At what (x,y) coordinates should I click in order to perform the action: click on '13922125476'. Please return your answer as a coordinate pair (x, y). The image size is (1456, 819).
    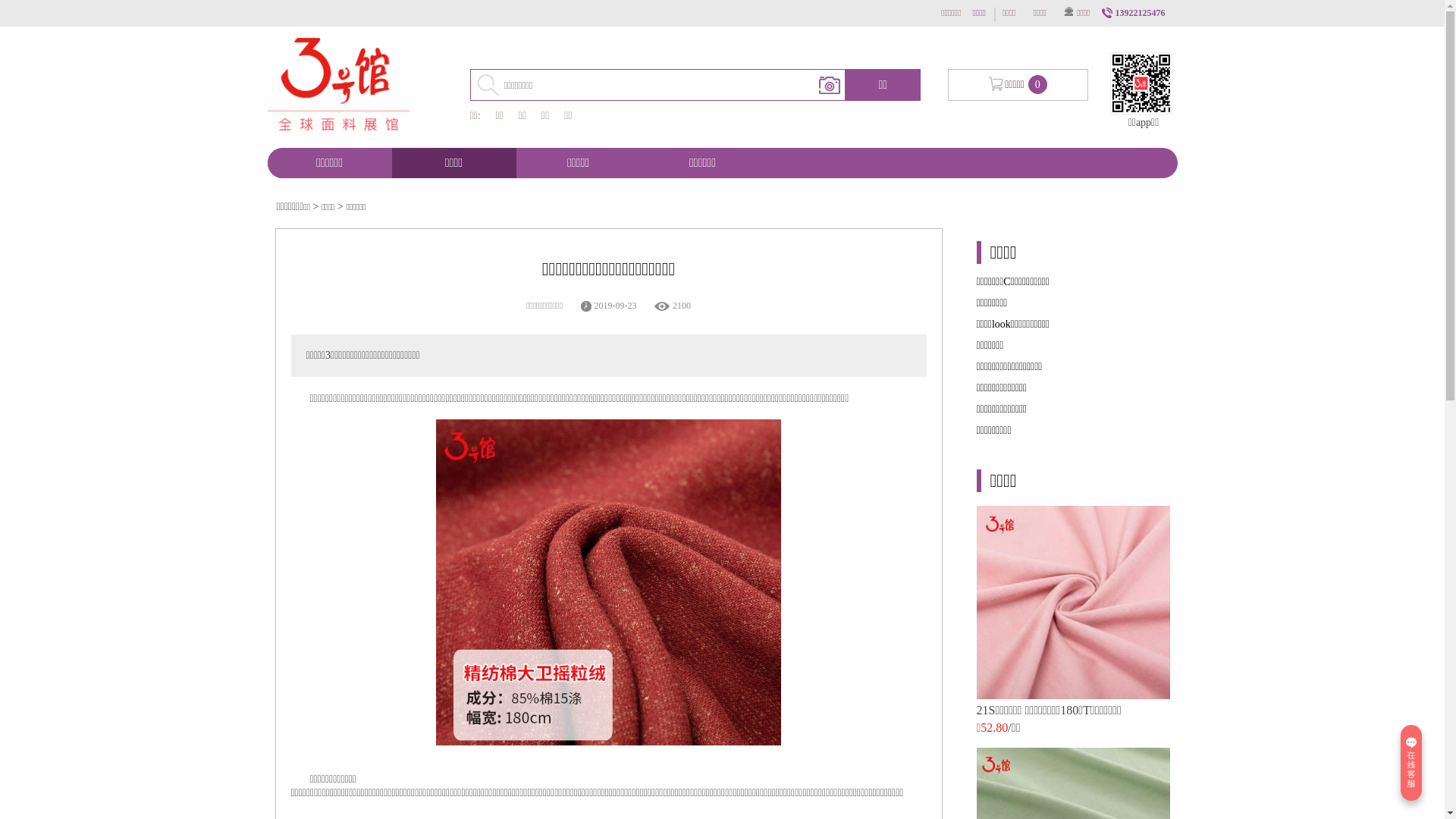
    Looking at the image, I should click on (1135, 12).